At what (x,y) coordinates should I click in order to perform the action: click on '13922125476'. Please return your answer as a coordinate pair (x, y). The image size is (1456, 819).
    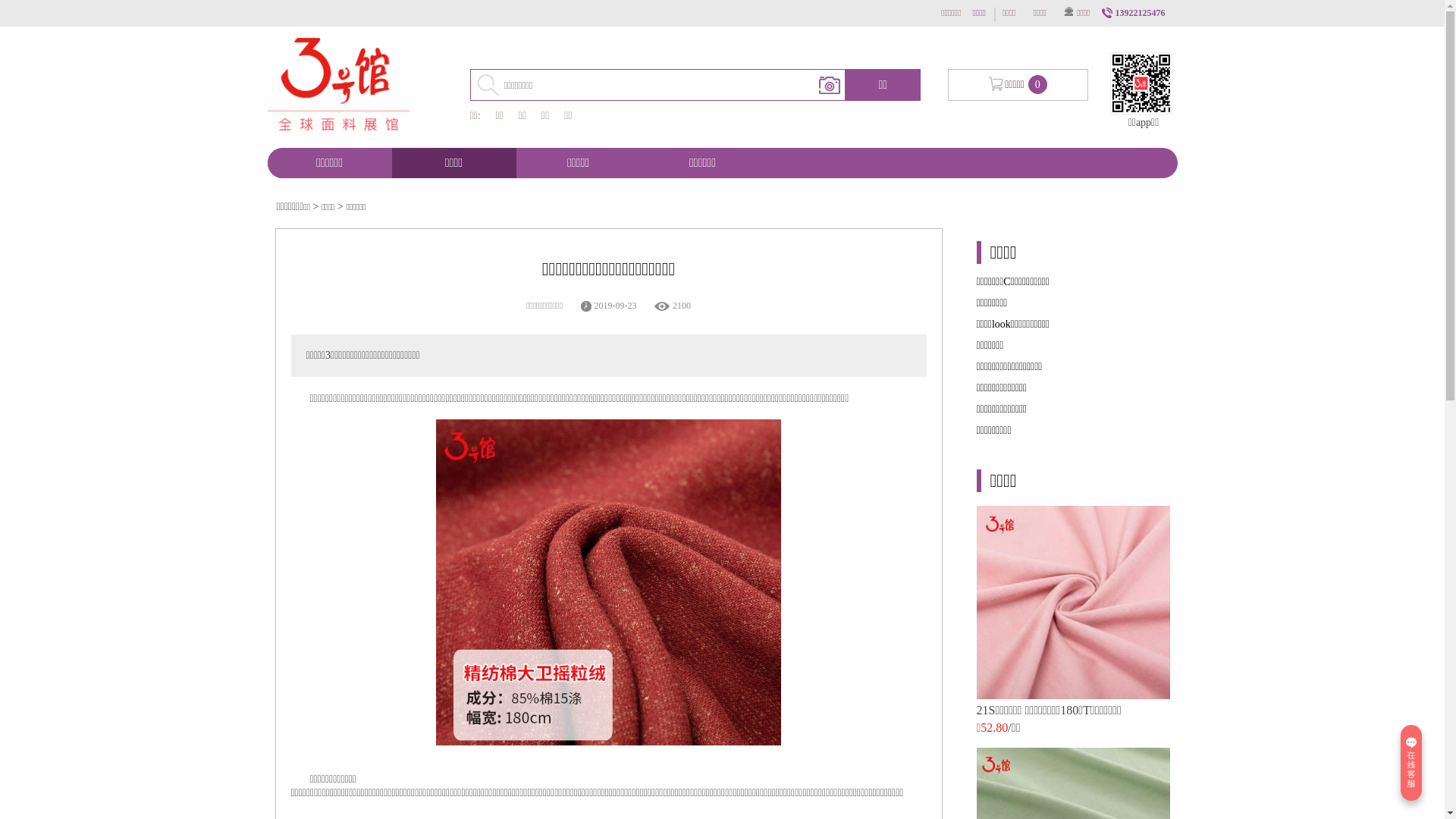
    Looking at the image, I should click on (1135, 12).